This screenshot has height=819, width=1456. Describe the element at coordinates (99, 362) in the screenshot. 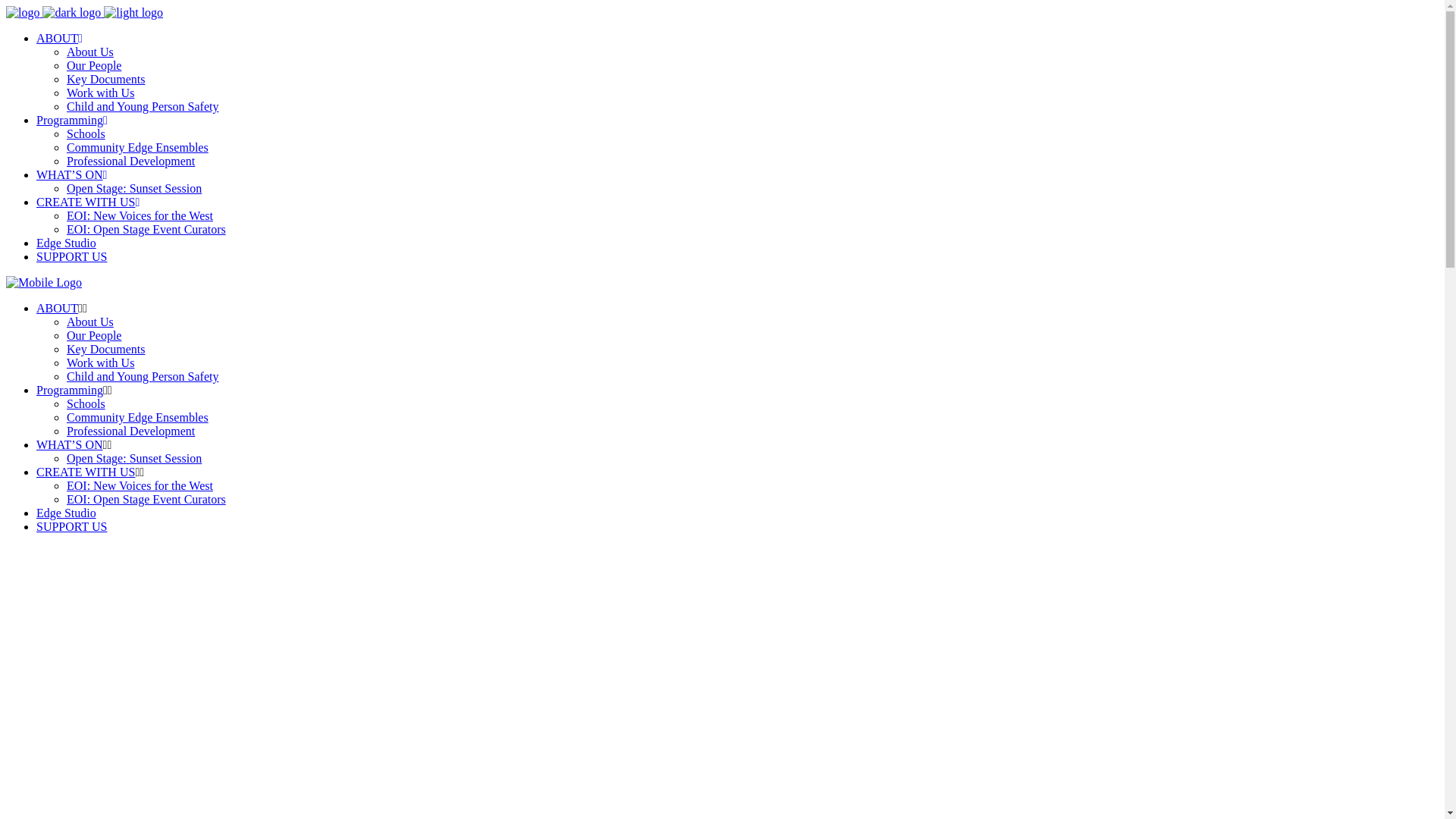

I see `'Work with Us'` at that location.